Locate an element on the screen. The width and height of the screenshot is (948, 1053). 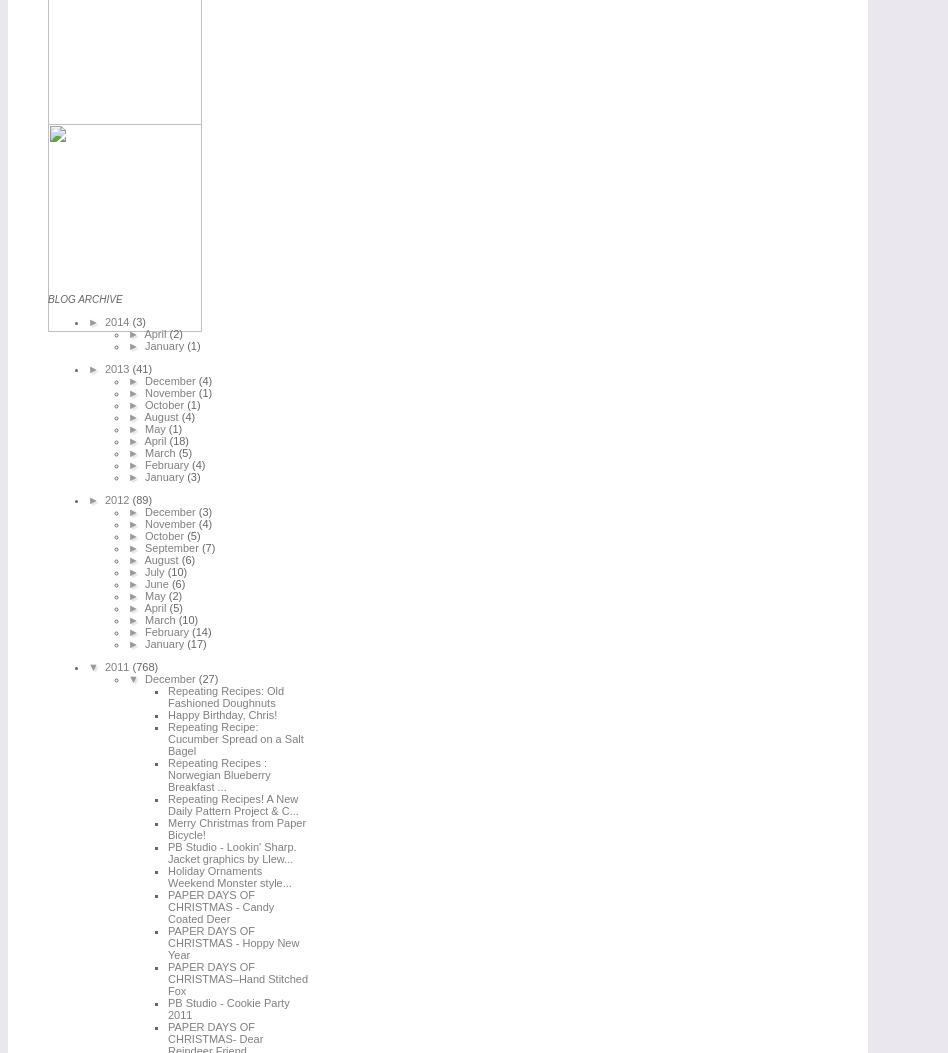
'PB Studio - Cookie Party 2011' is located at coordinates (227, 1007).